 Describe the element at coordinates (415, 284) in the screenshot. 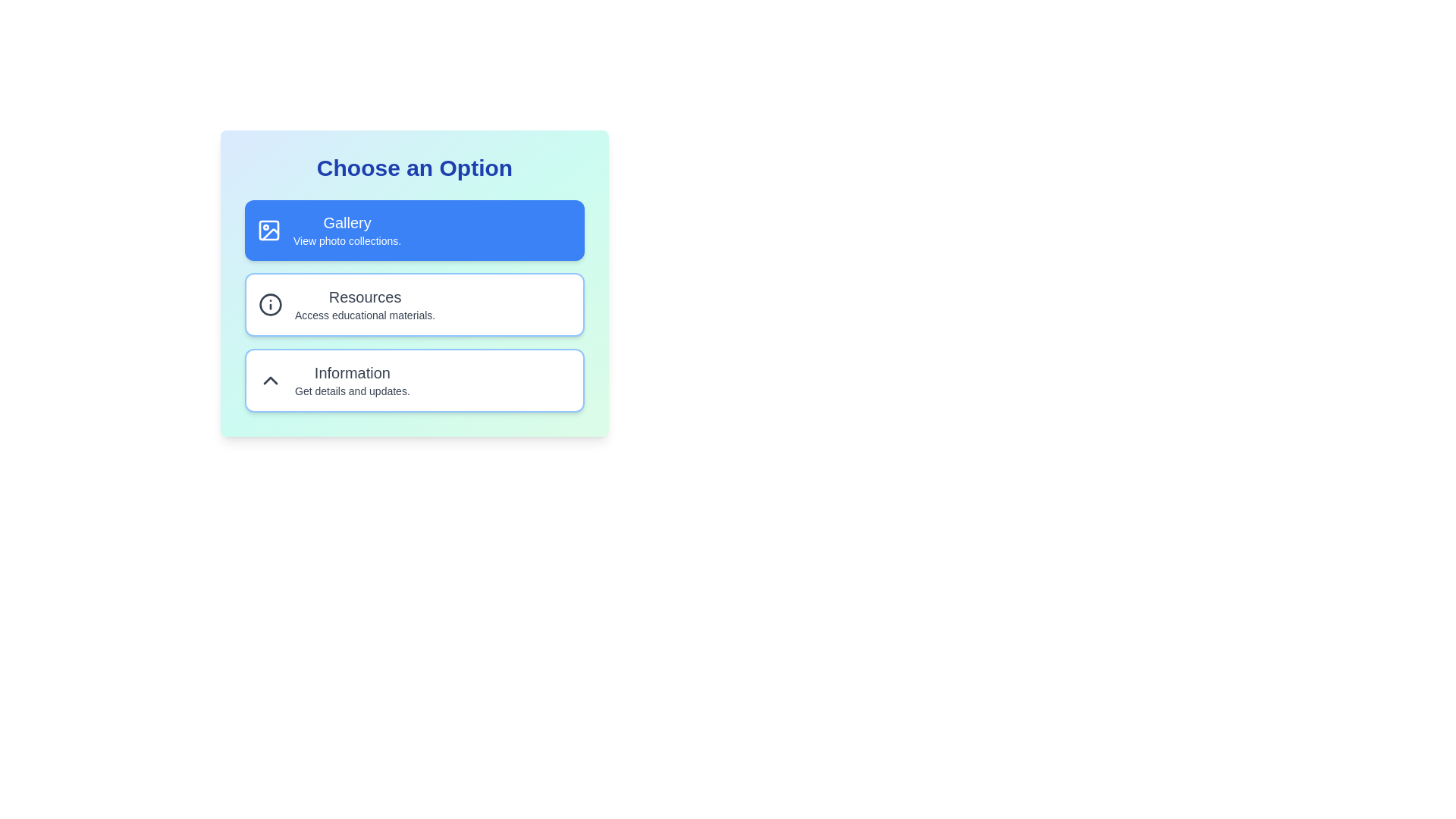

I see `the button located in the second position of a vertical stack of three cards, which accesses educational resources` at that location.